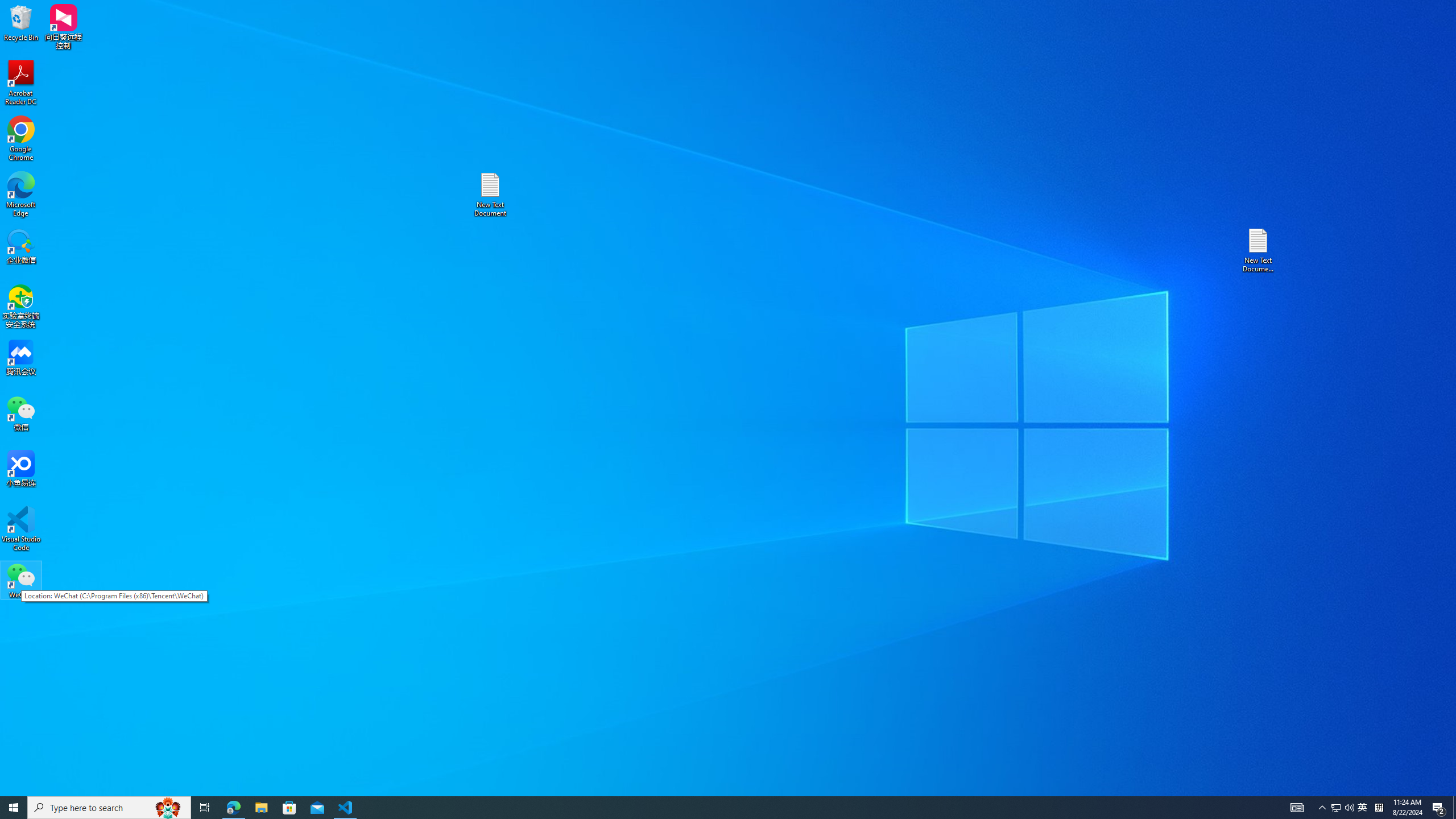 This screenshot has width=1456, height=819. What do you see at coordinates (289, 806) in the screenshot?
I see `'Microsoft Store'` at bounding box center [289, 806].